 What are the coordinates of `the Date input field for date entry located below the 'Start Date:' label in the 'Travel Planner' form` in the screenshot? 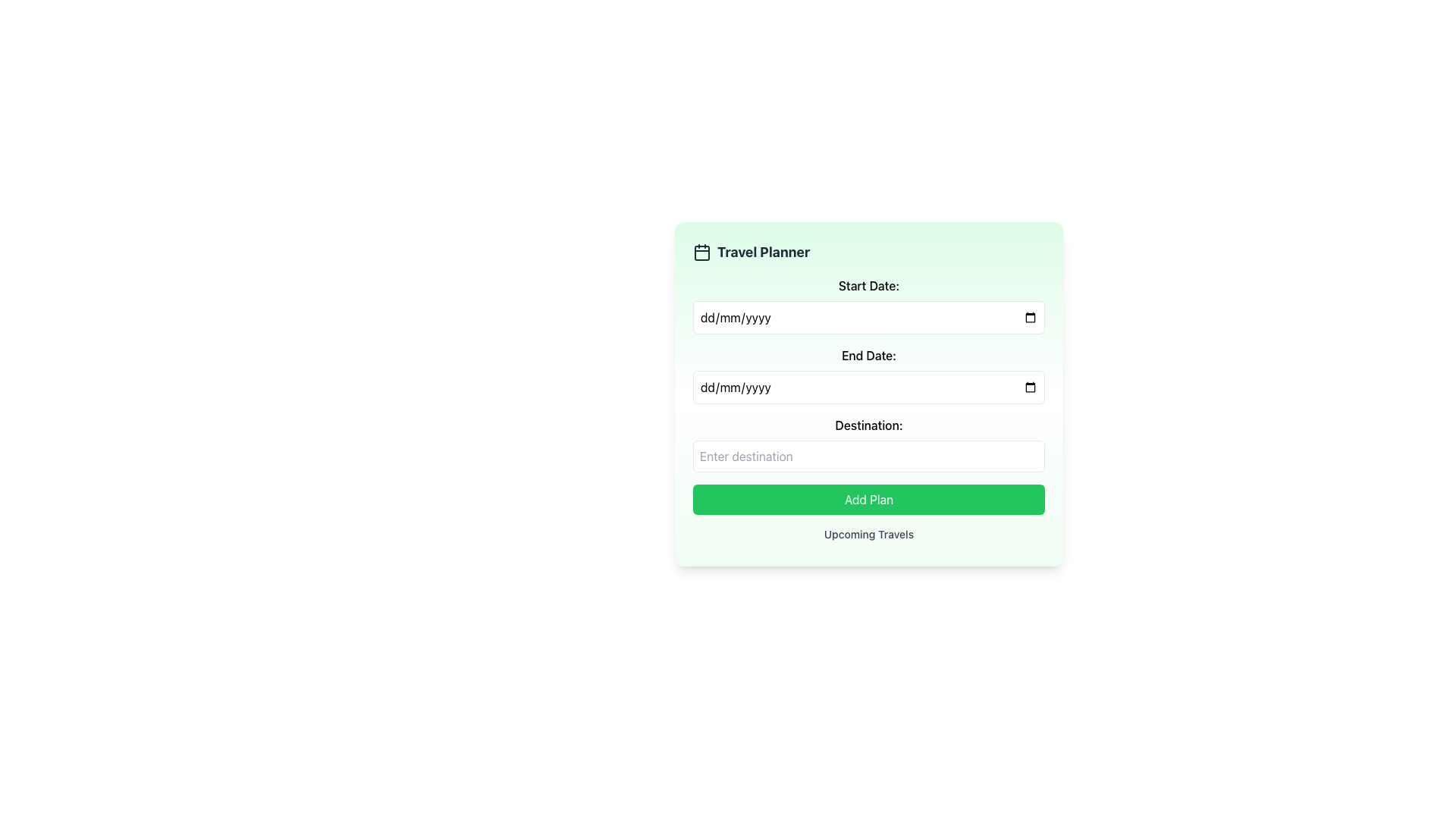 It's located at (869, 317).